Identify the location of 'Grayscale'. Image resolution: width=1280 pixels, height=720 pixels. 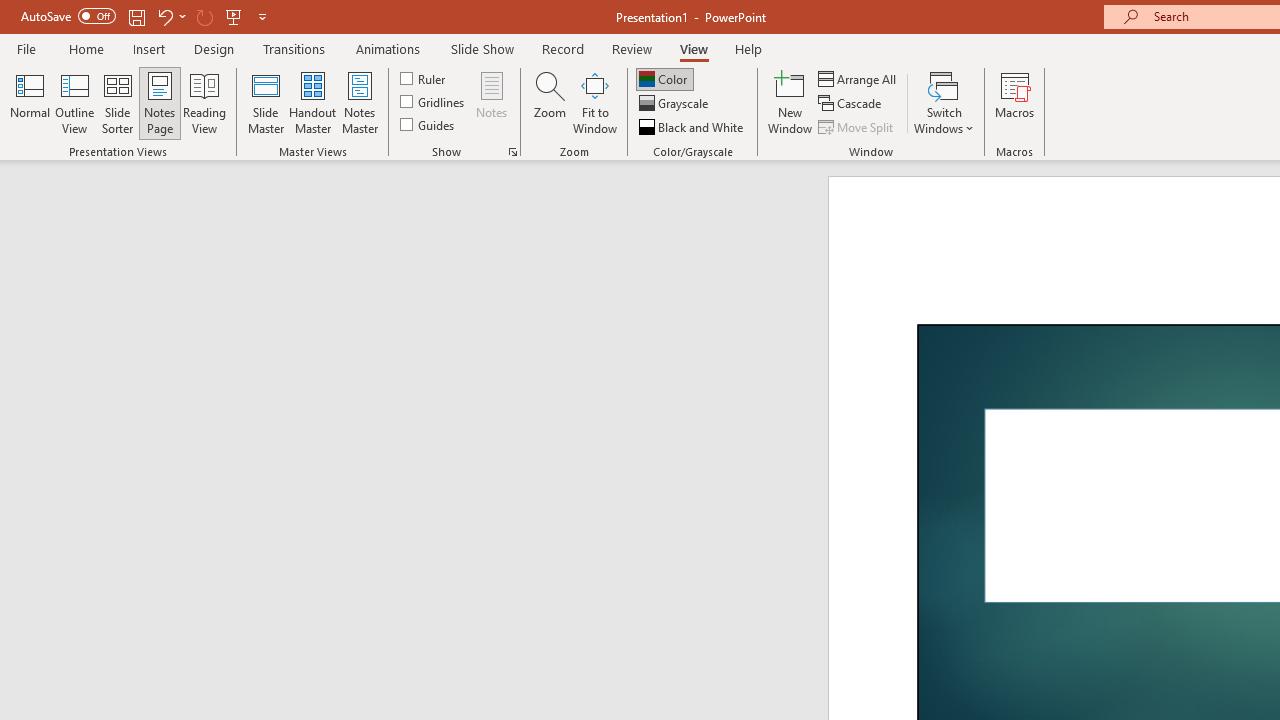
(675, 103).